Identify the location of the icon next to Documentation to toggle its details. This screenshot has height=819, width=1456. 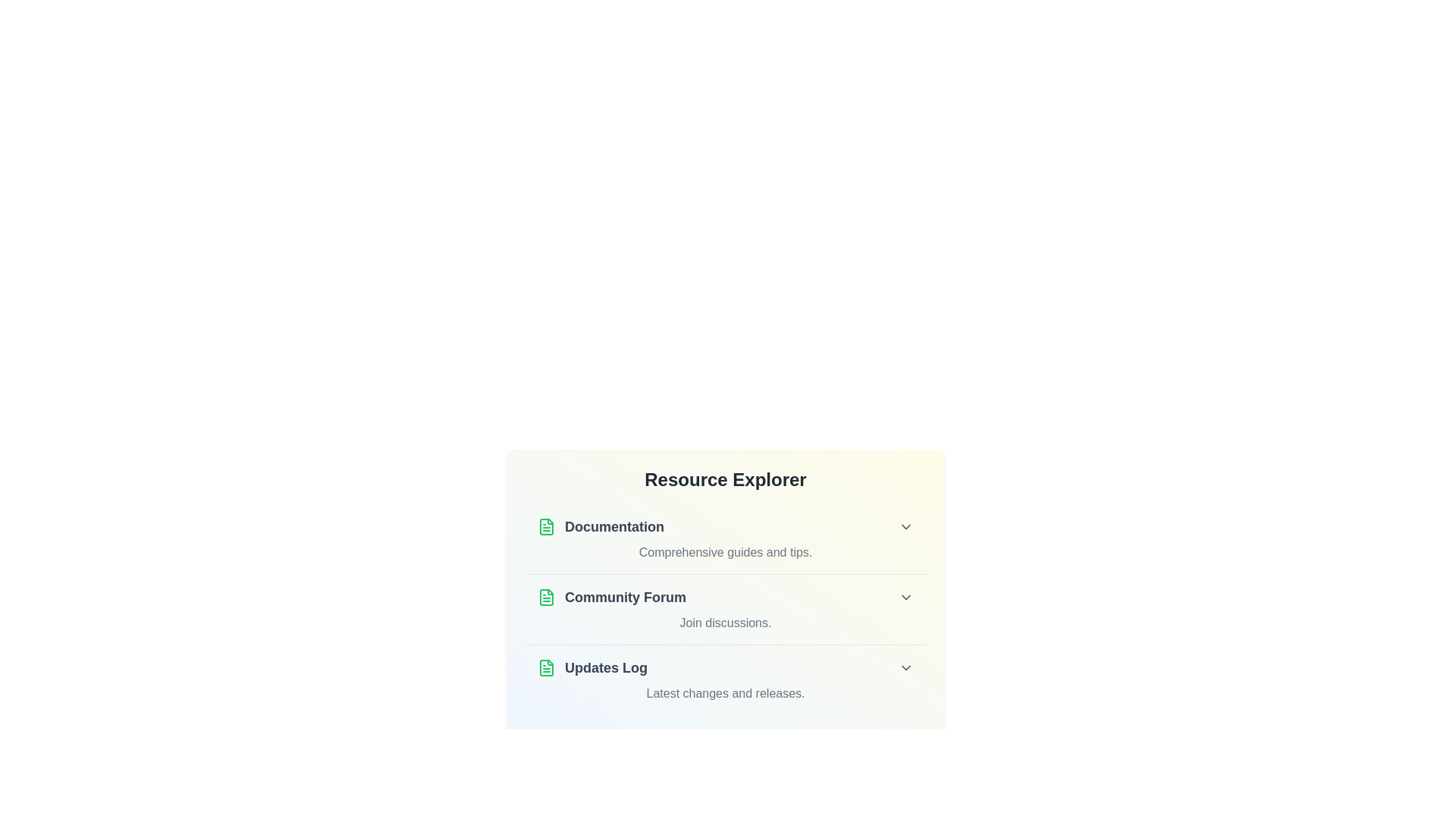
(546, 526).